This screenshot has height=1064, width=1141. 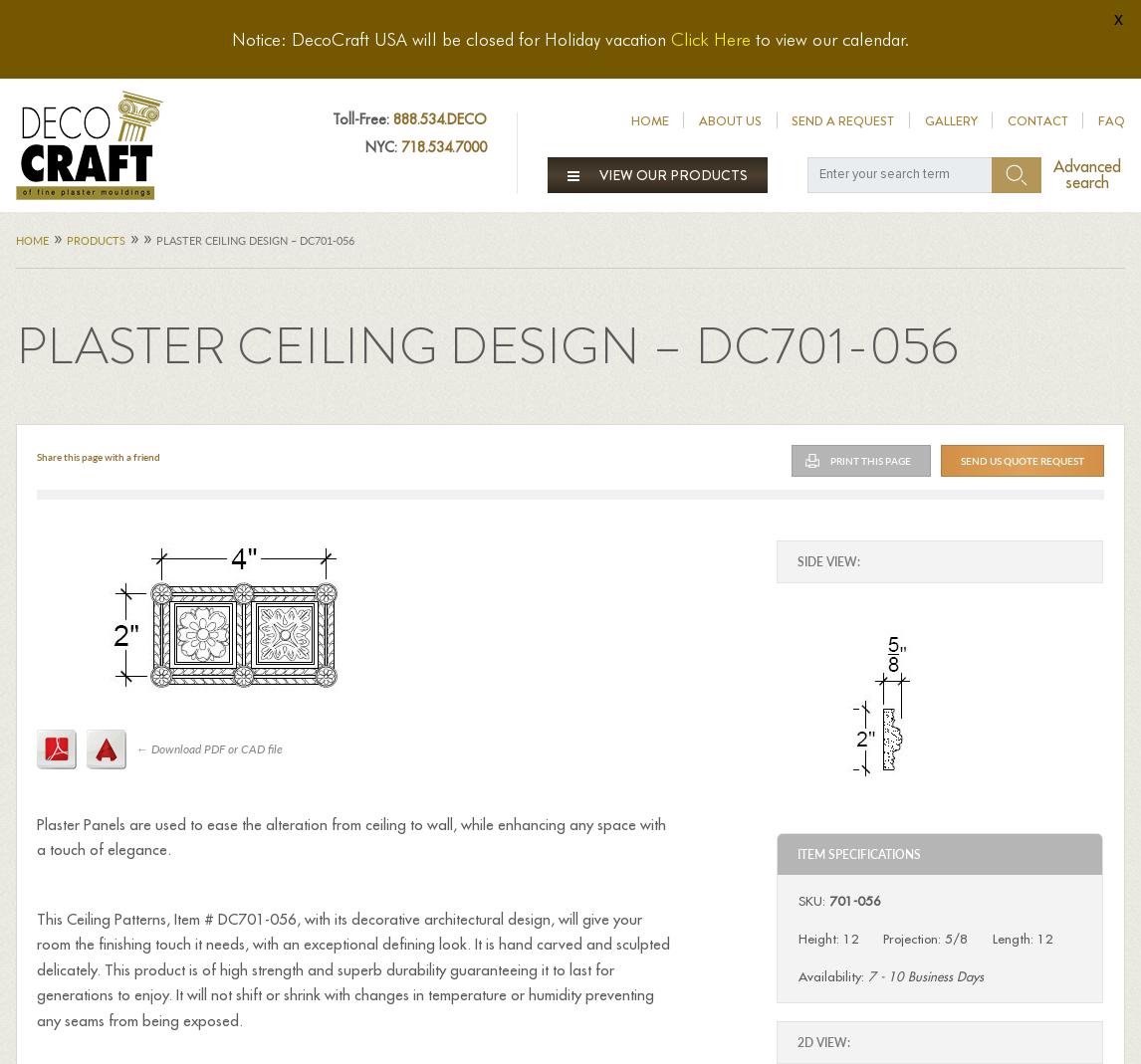 I want to click on 'Share this page with a friend', so click(x=99, y=456).